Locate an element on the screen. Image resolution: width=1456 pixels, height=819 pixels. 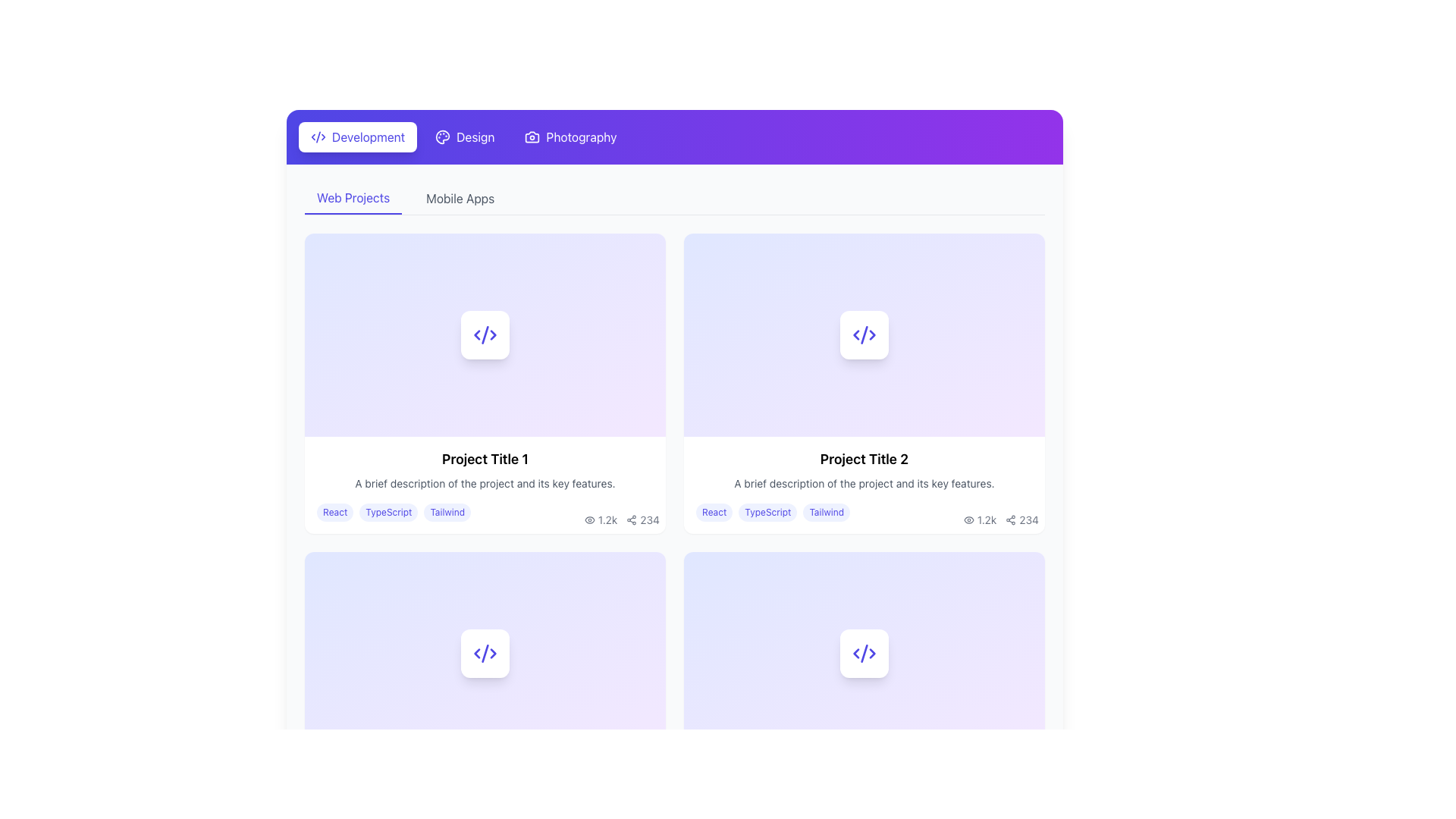
interaction metrics displayed in the Statistics row at the bottom-right corner of the card for 'Project Title 1', which shows views and shares is located at coordinates (622, 519).